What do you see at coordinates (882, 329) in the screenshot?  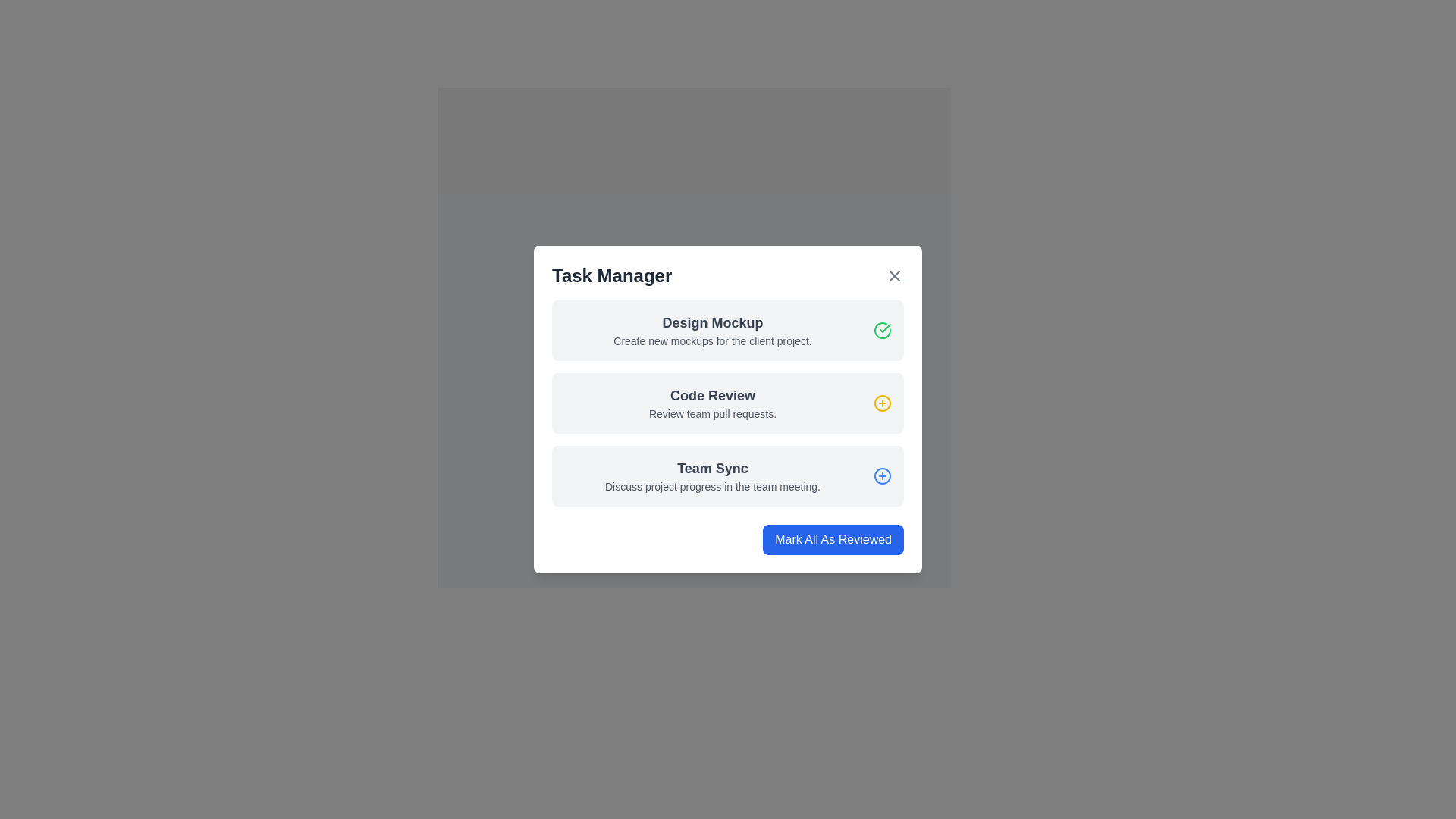 I see `the status indicator icon that signifies the completed state of the 'Design Mockup' task` at bounding box center [882, 329].